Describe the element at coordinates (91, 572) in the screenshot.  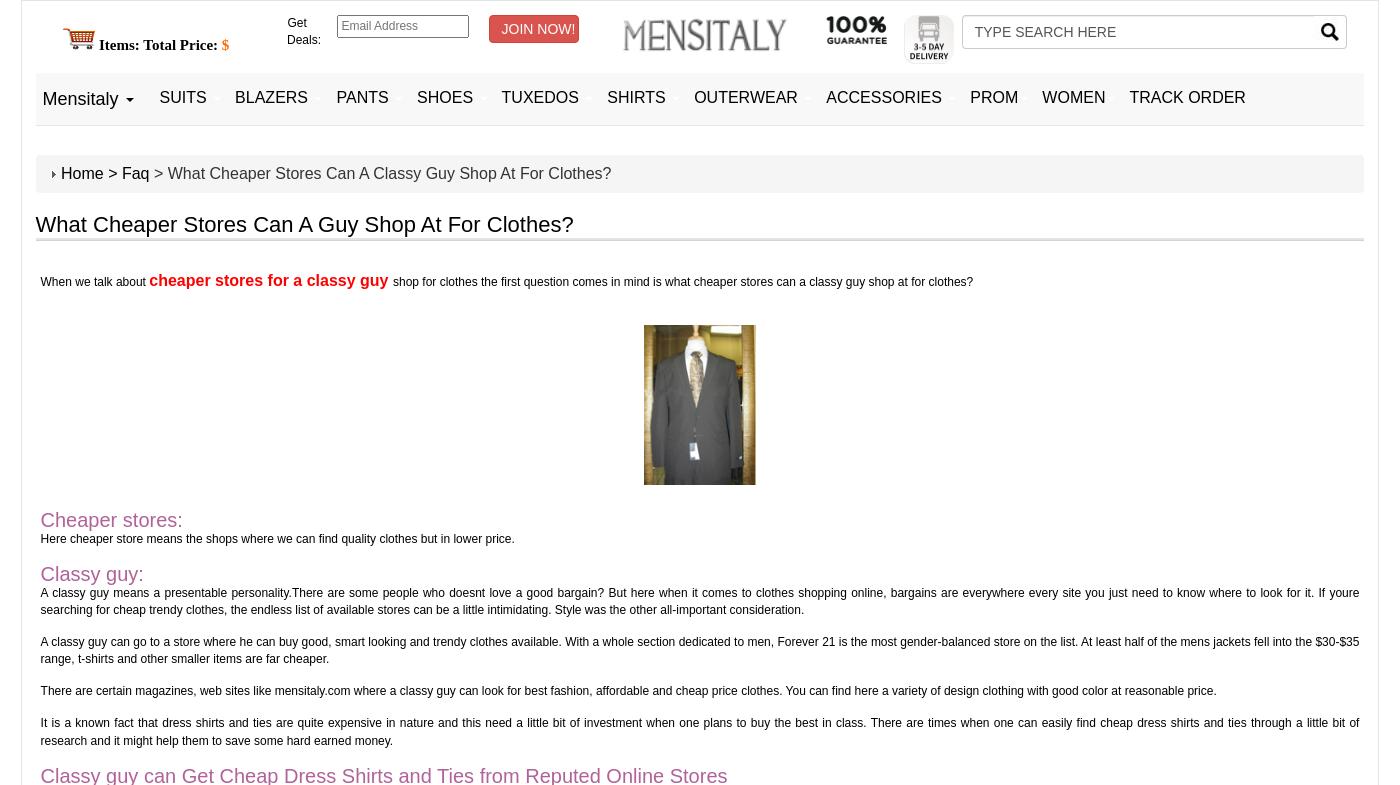
I see `'Classy guy:'` at that location.